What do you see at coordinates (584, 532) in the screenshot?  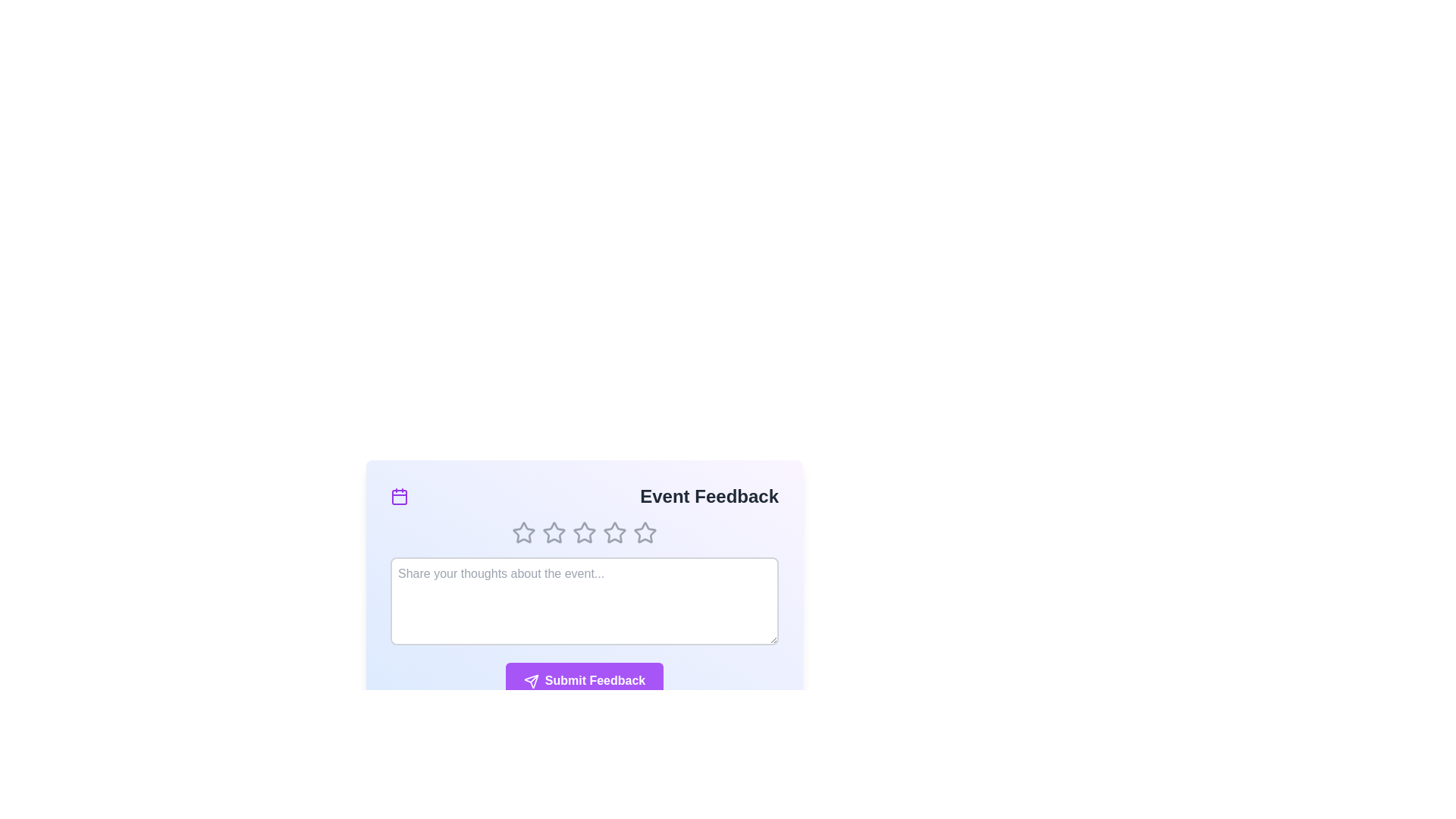 I see `the third hollow star icon in the rating row` at bounding box center [584, 532].